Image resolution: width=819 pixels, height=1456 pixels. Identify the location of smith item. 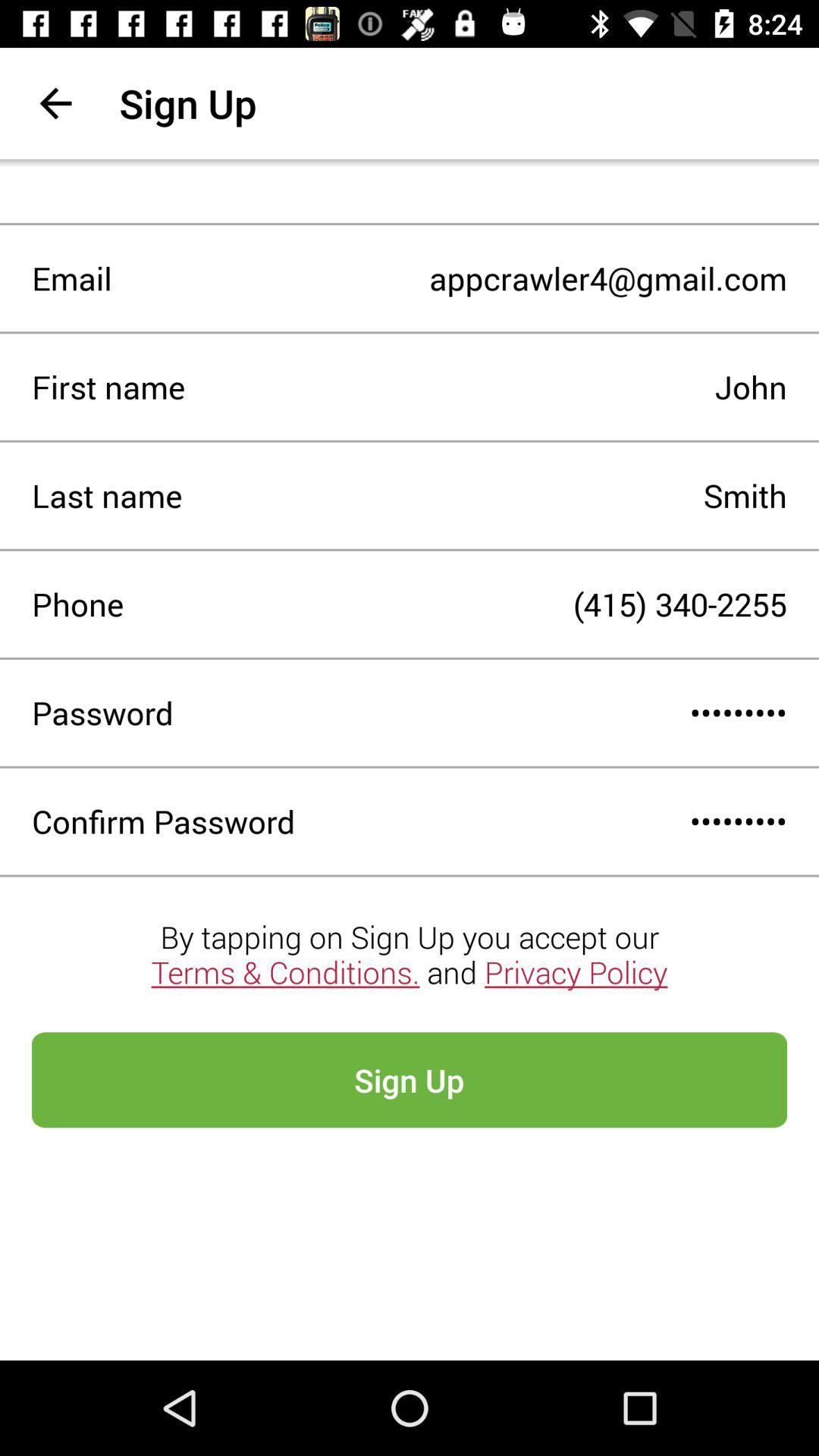
(485, 495).